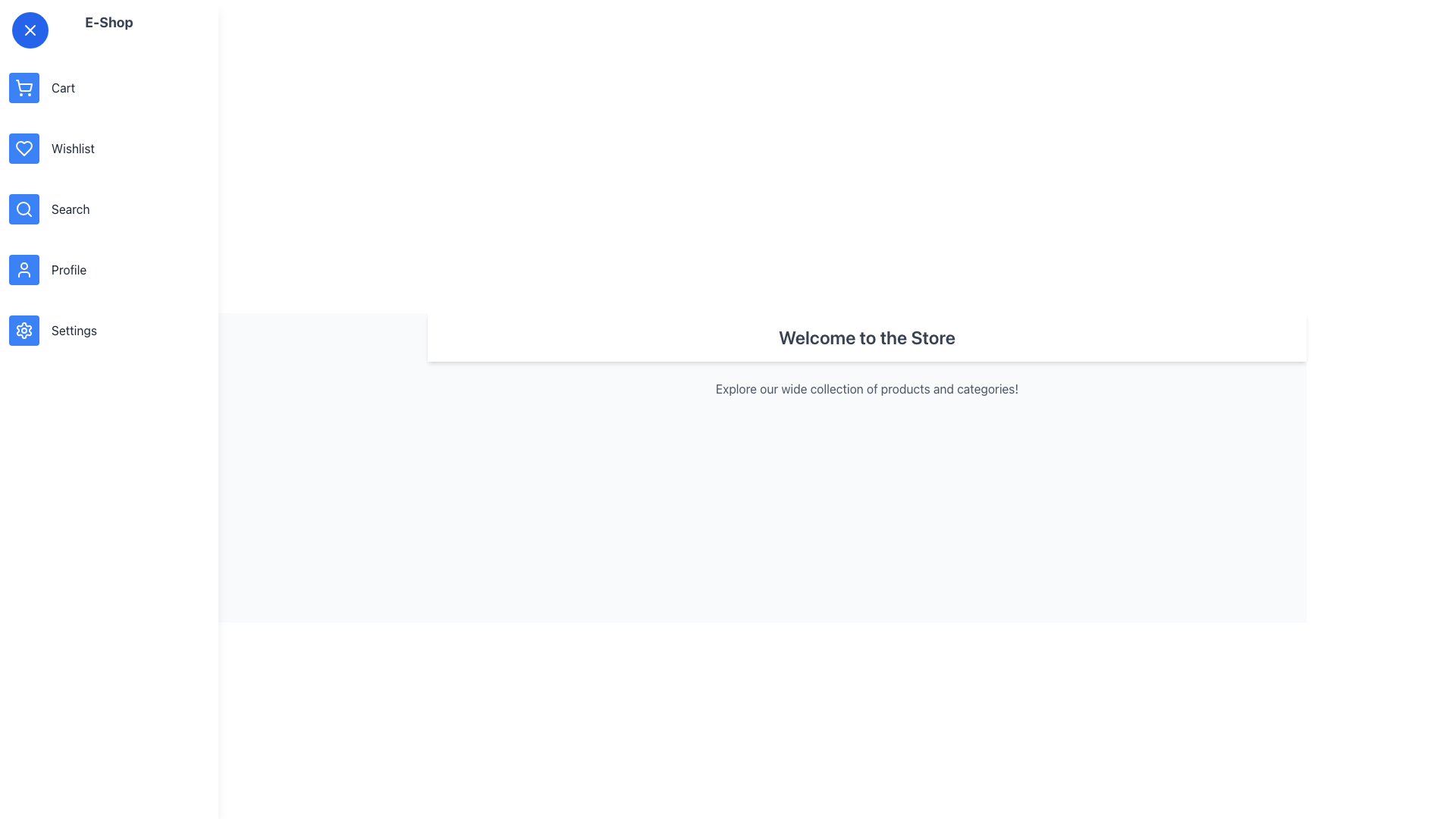 Image resolution: width=1456 pixels, height=819 pixels. What do you see at coordinates (73, 329) in the screenshot?
I see `the 'Settings' text label located in the vertical navigation menu on the left side of the application` at bounding box center [73, 329].